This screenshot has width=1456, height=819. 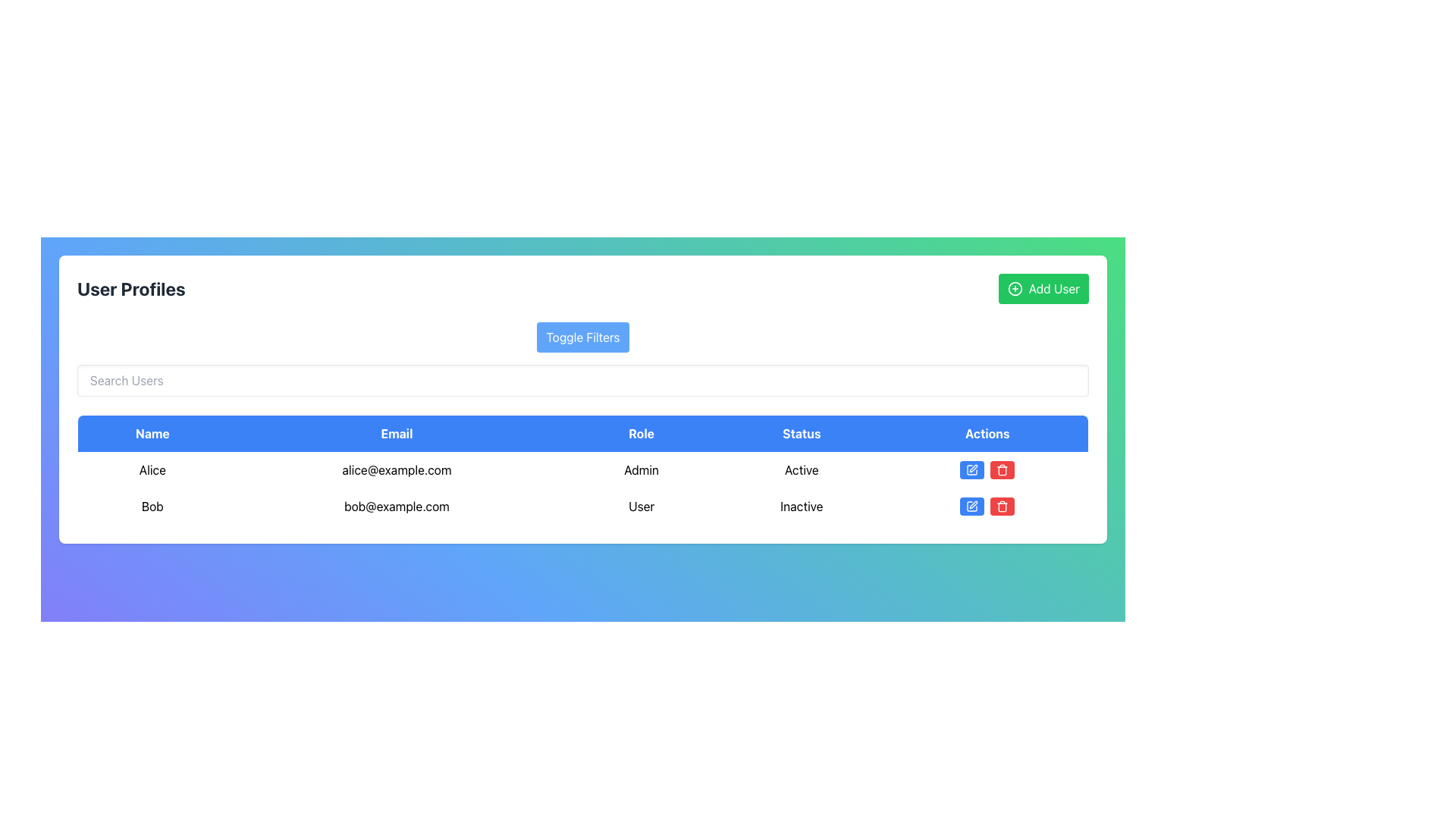 What do you see at coordinates (987, 433) in the screenshot?
I see `the table header labeled 'Actions', which has a blue background and white text, located in the fifth column of the user profiles table` at bounding box center [987, 433].